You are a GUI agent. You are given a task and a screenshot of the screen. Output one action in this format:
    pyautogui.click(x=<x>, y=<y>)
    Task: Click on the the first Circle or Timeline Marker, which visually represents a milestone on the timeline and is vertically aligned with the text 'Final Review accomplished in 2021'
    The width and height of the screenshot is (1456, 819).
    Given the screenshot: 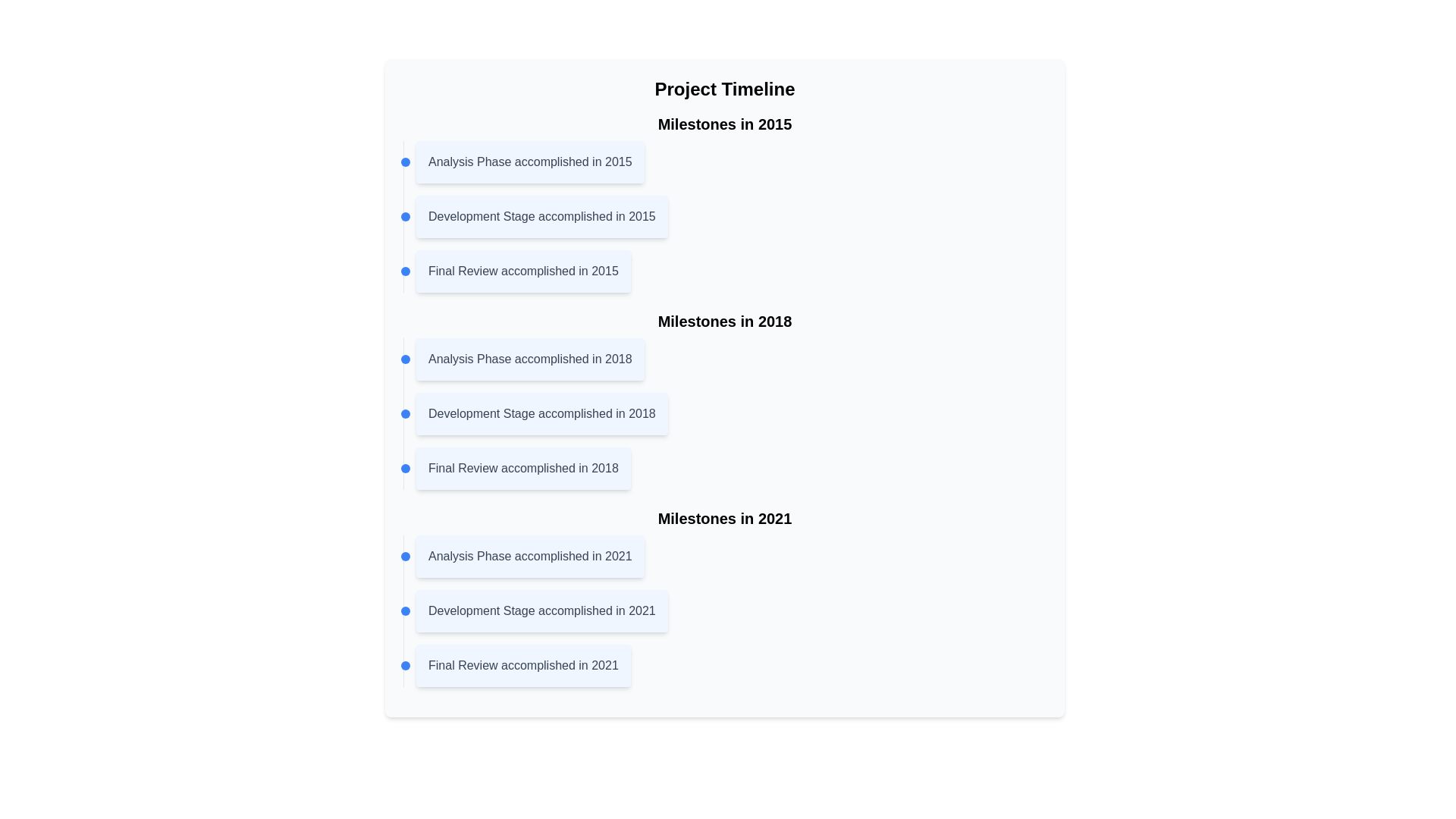 What is the action you would take?
    pyautogui.click(x=405, y=665)
    